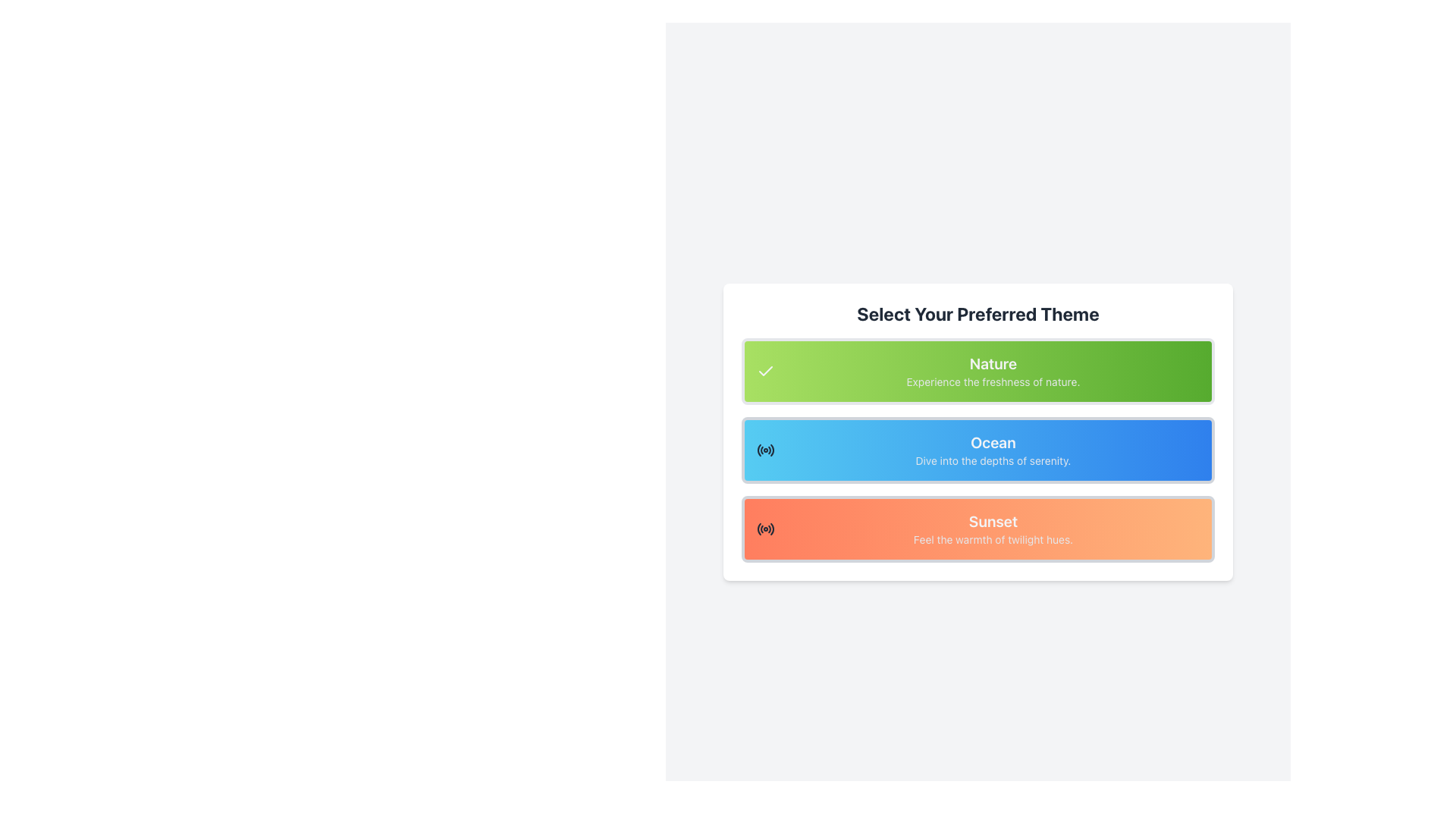 This screenshot has height=819, width=1456. What do you see at coordinates (993, 450) in the screenshot?
I see `the text block titled 'Ocean' with the subtitle 'Dive into the depths of serenity.' which is the second option in a vertical list of three options in the selection panel` at bounding box center [993, 450].